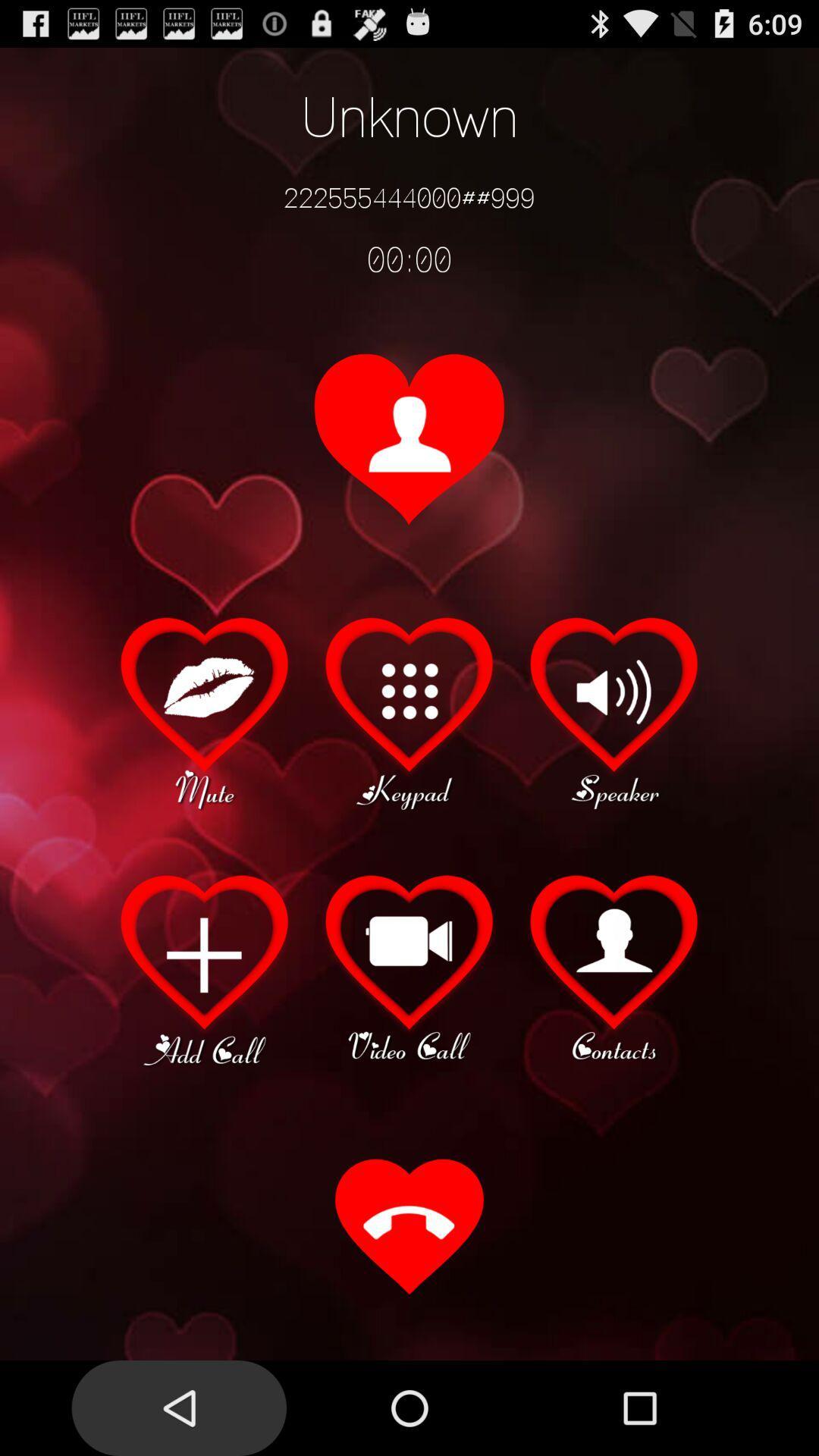 The height and width of the screenshot is (1456, 819). Describe the element at coordinates (409, 1228) in the screenshot. I see `call disconnect` at that location.